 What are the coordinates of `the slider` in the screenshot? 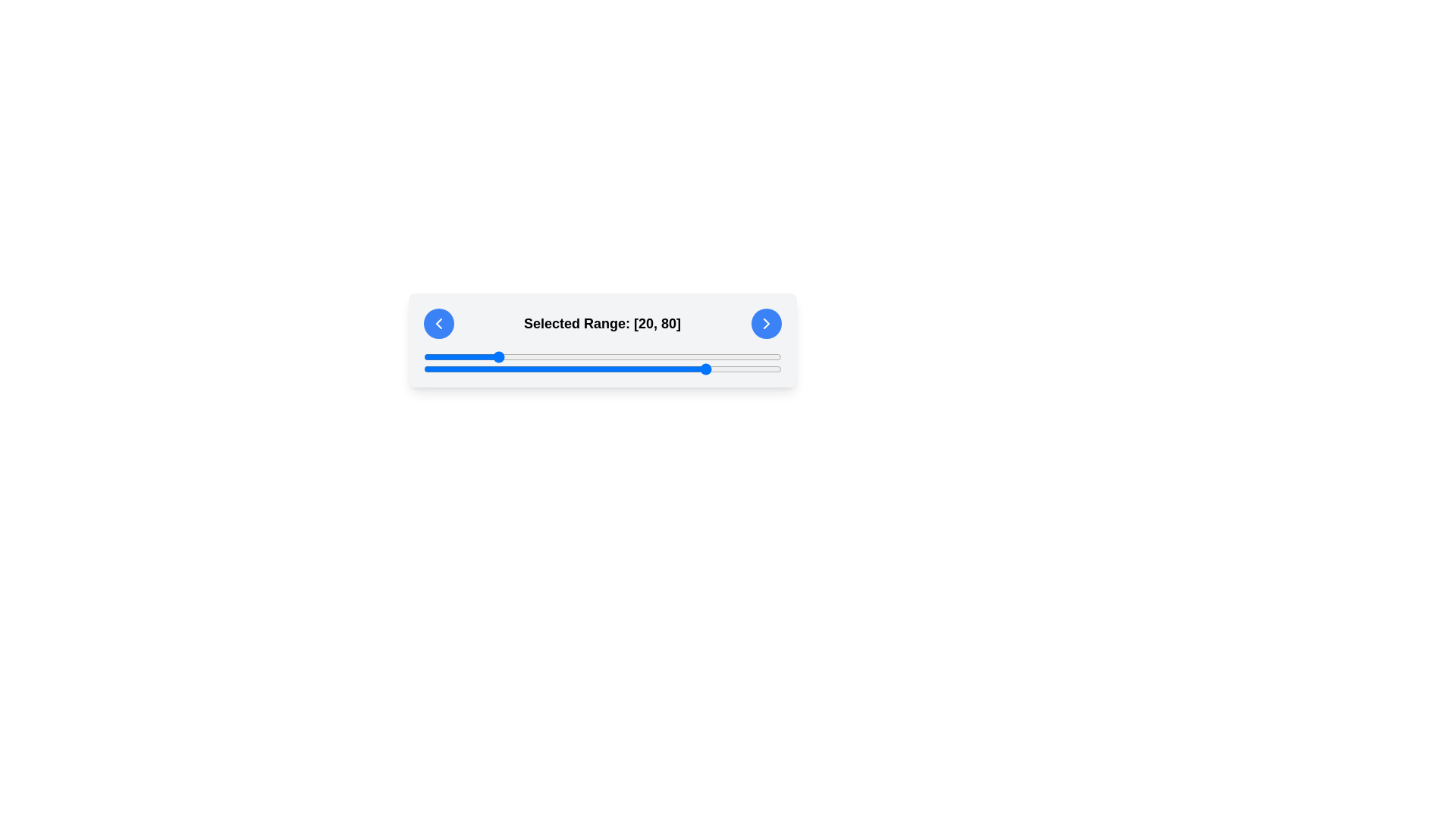 It's located at (605, 369).